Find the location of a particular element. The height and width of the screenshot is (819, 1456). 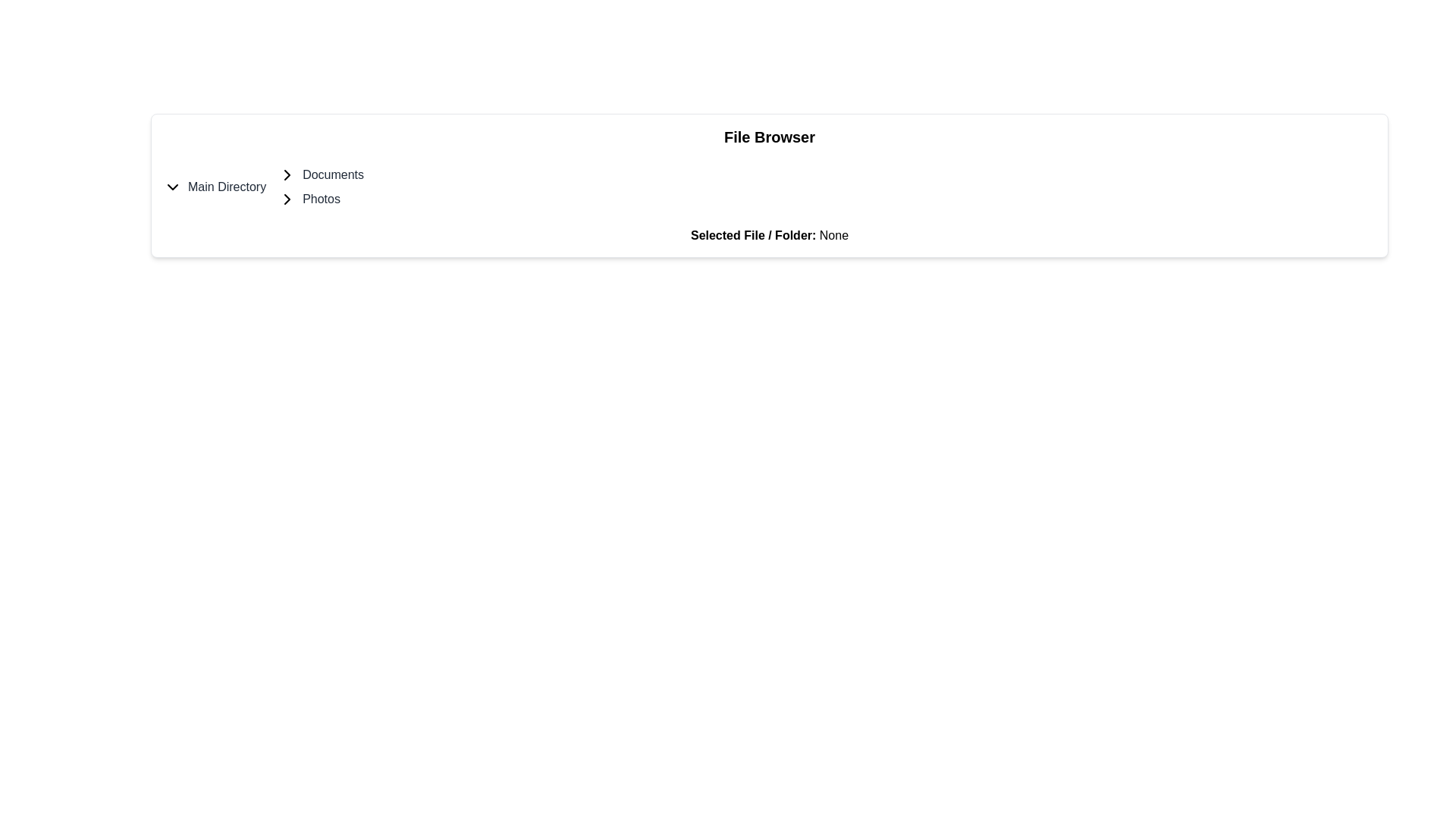

the 'Photos' text label, which is dark gray and located in the second row of entries under 'Main Directory' is located at coordinates (320, 198).